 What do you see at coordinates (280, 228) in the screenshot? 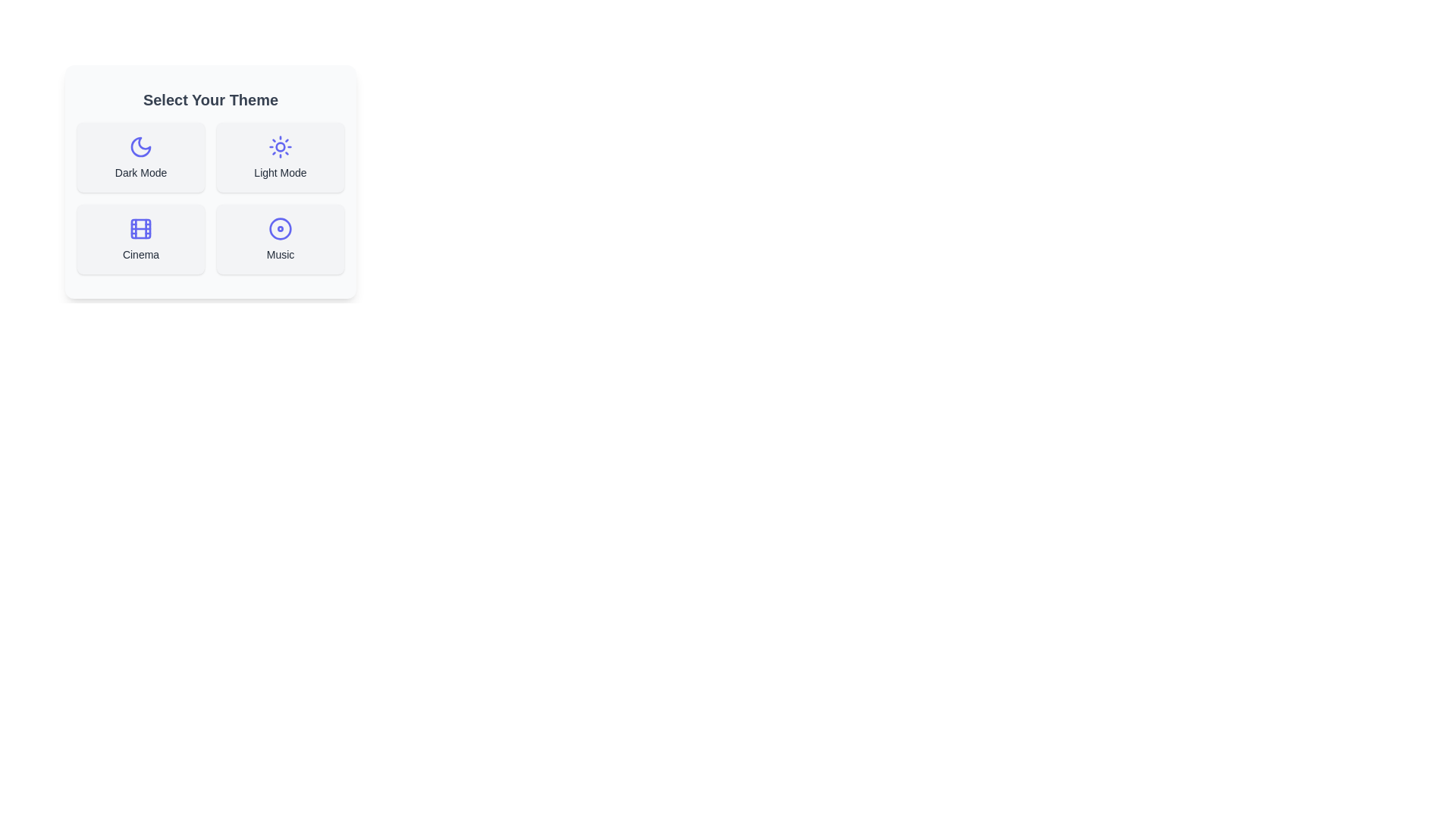
I see `the circular graphic element that represents the 'Music' theme, which is the outer ring of a disc icon` at bounding box center [280, 228].